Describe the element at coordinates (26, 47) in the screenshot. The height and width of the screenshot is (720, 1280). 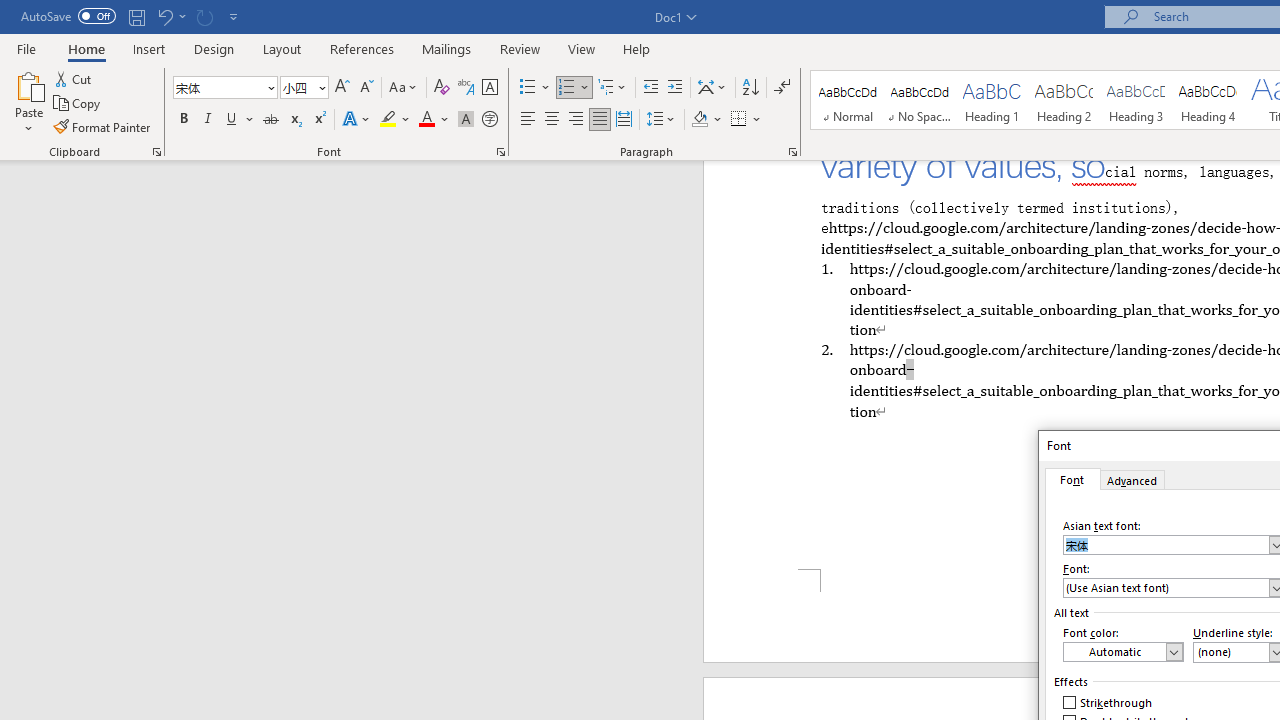
I see `'File Tab'` at that location.